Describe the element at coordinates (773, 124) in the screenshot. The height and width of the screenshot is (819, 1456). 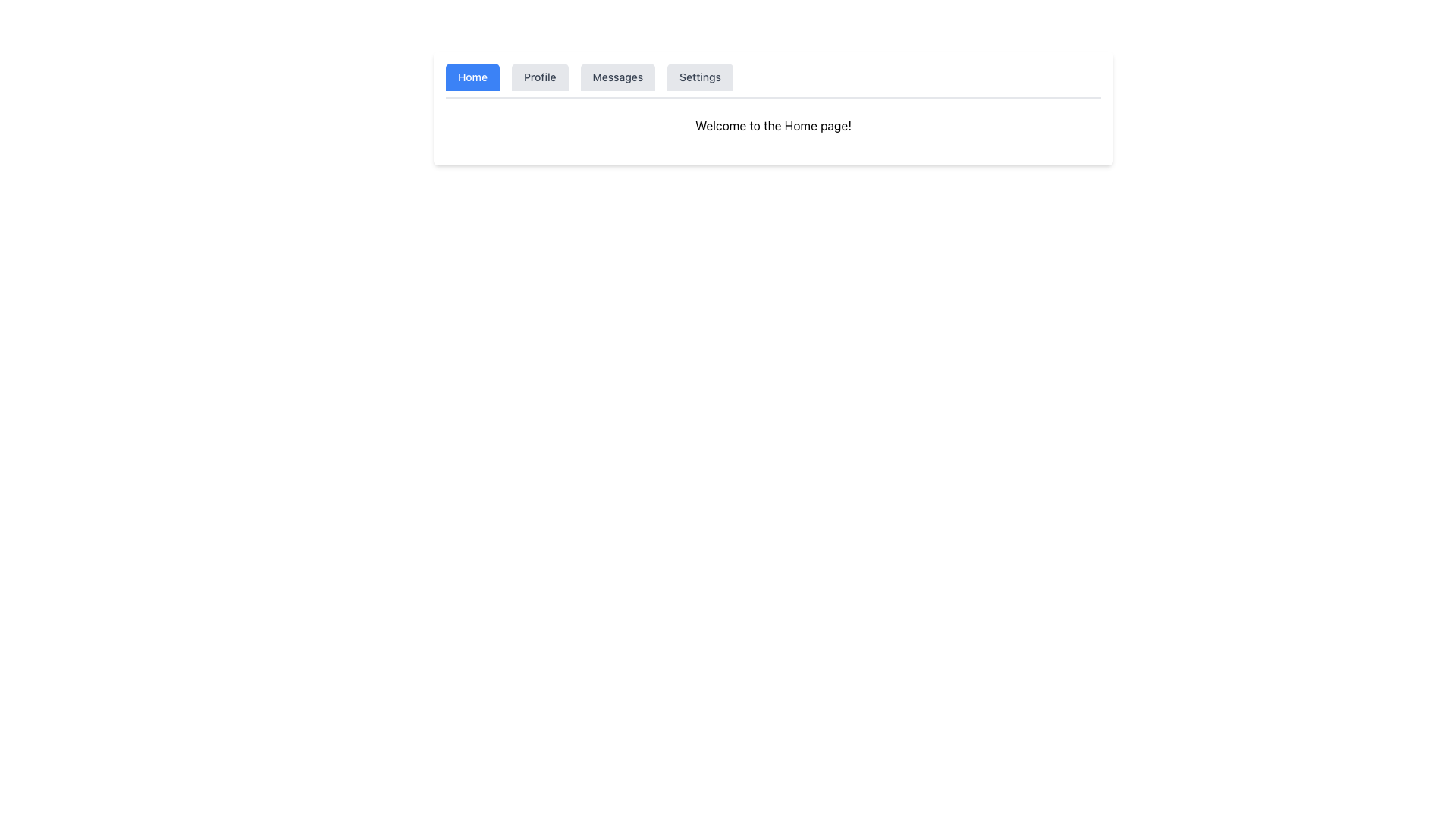
I see `the greeting text that informs users they are on the 'Home' page, located below the navigation bar` at that location.